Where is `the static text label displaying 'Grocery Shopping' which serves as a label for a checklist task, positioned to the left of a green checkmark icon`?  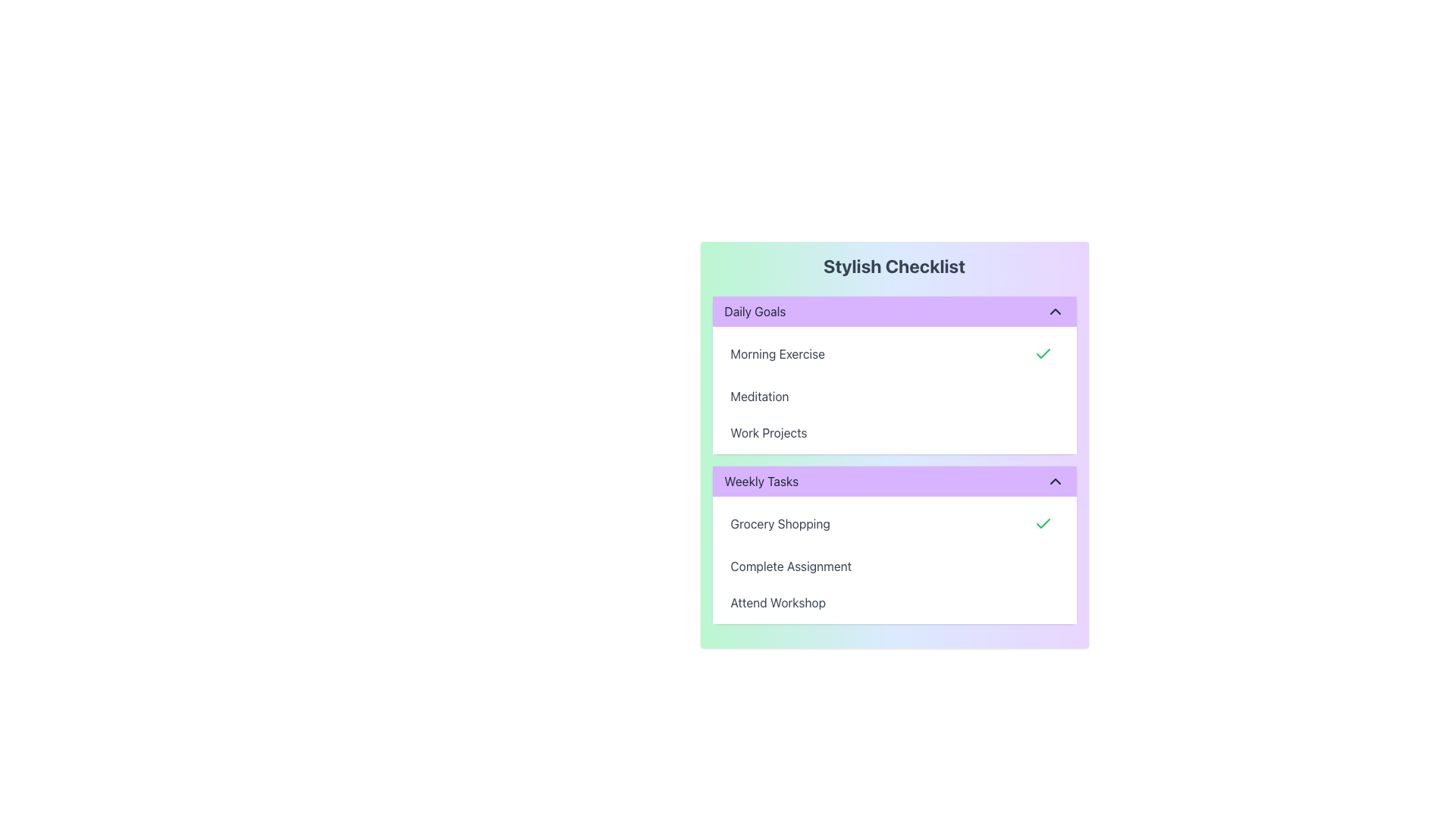 the static text label displaying 'Grocery Shopping' which serves as a label for a checklist task, positioned to the left of a green checkmark icon is located at coordinates (780, 522).